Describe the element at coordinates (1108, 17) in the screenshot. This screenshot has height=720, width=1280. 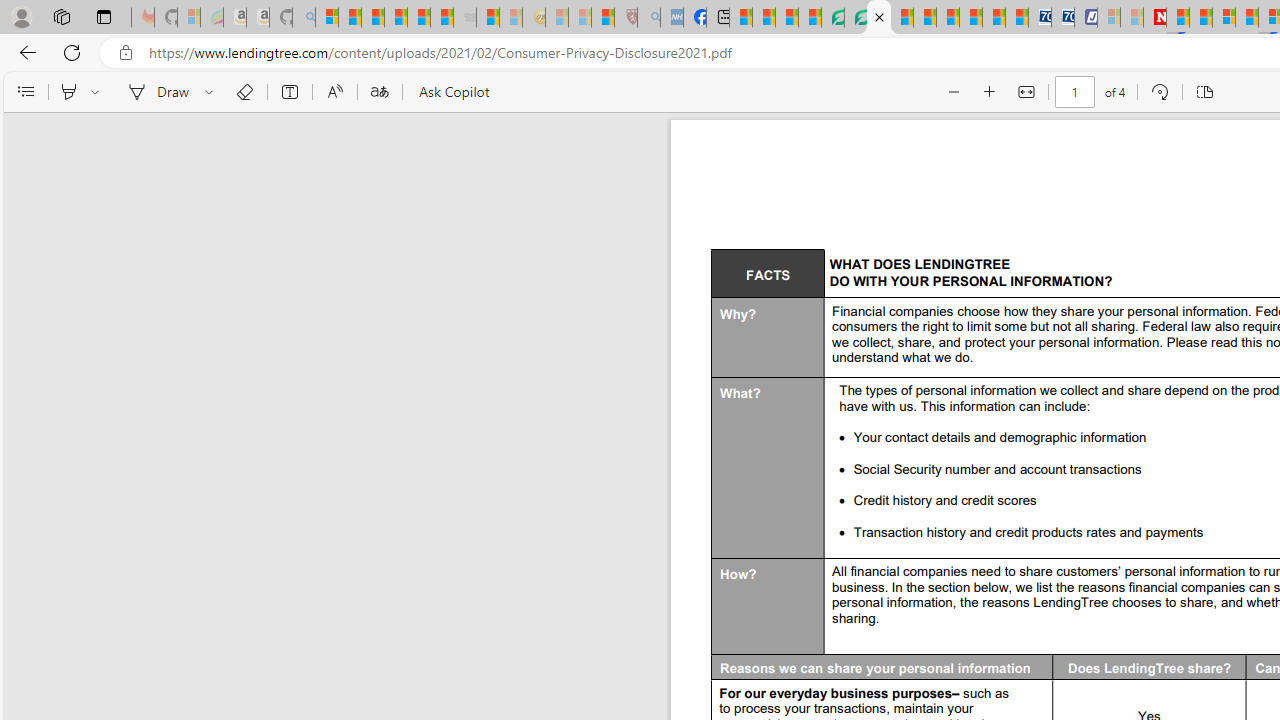
I see `'Microsoft account | Privacy - Sleeping'` at that location.